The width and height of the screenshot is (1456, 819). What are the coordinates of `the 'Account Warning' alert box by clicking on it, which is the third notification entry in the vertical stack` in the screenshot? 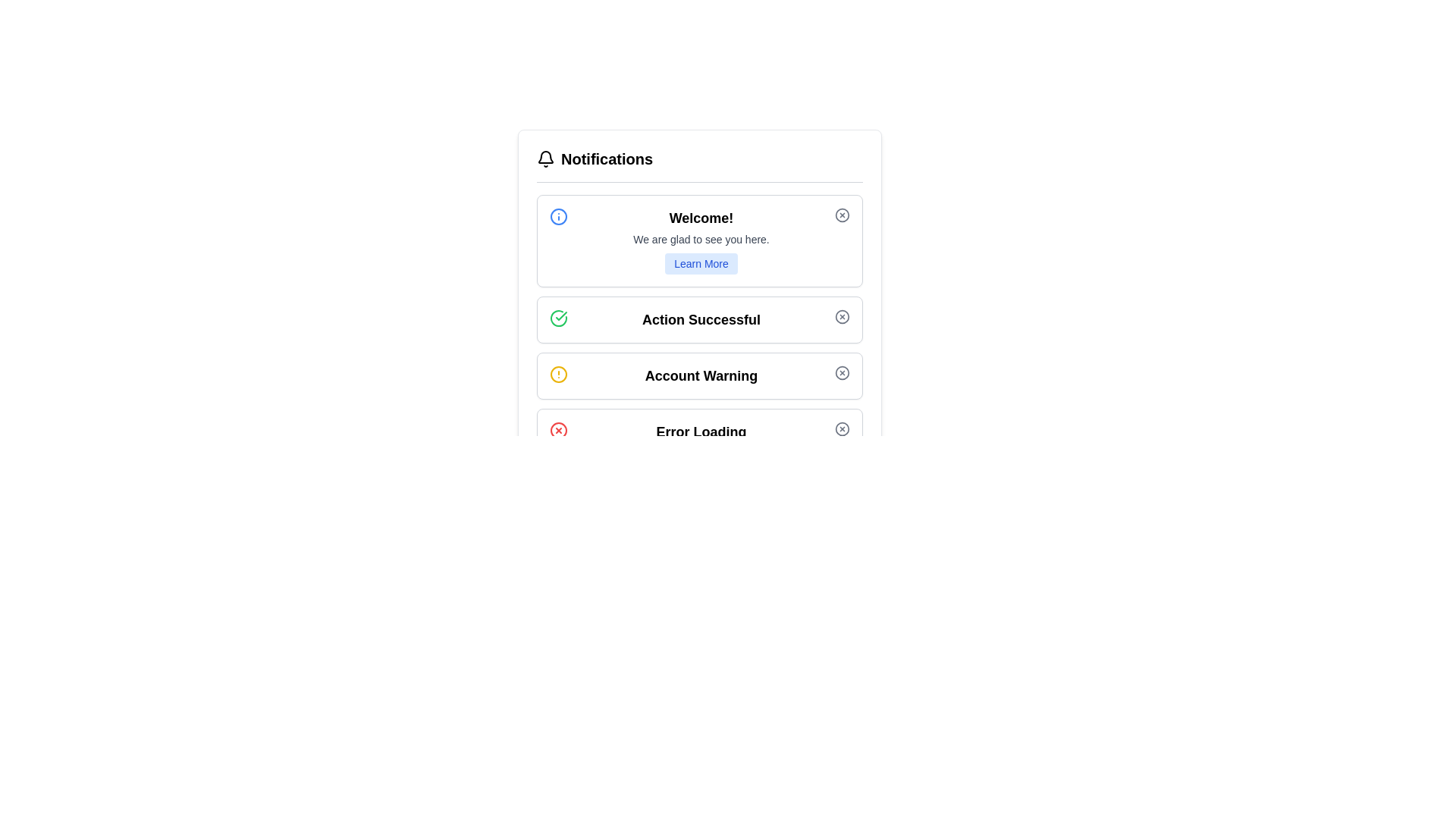 It's located at (698, 375).